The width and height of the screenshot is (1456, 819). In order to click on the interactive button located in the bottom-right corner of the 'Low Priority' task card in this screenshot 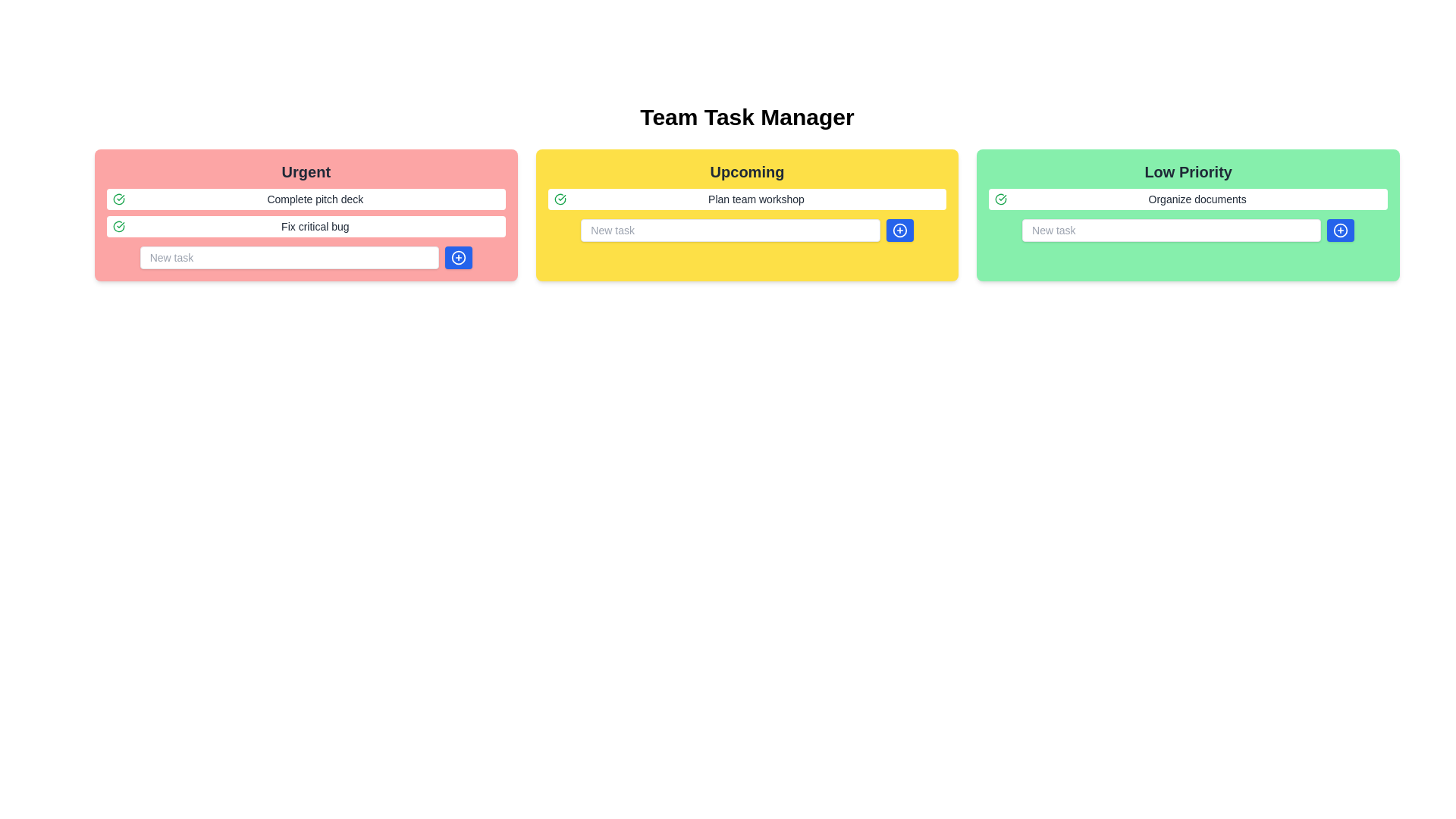, I will do `click(1341, 231)`.